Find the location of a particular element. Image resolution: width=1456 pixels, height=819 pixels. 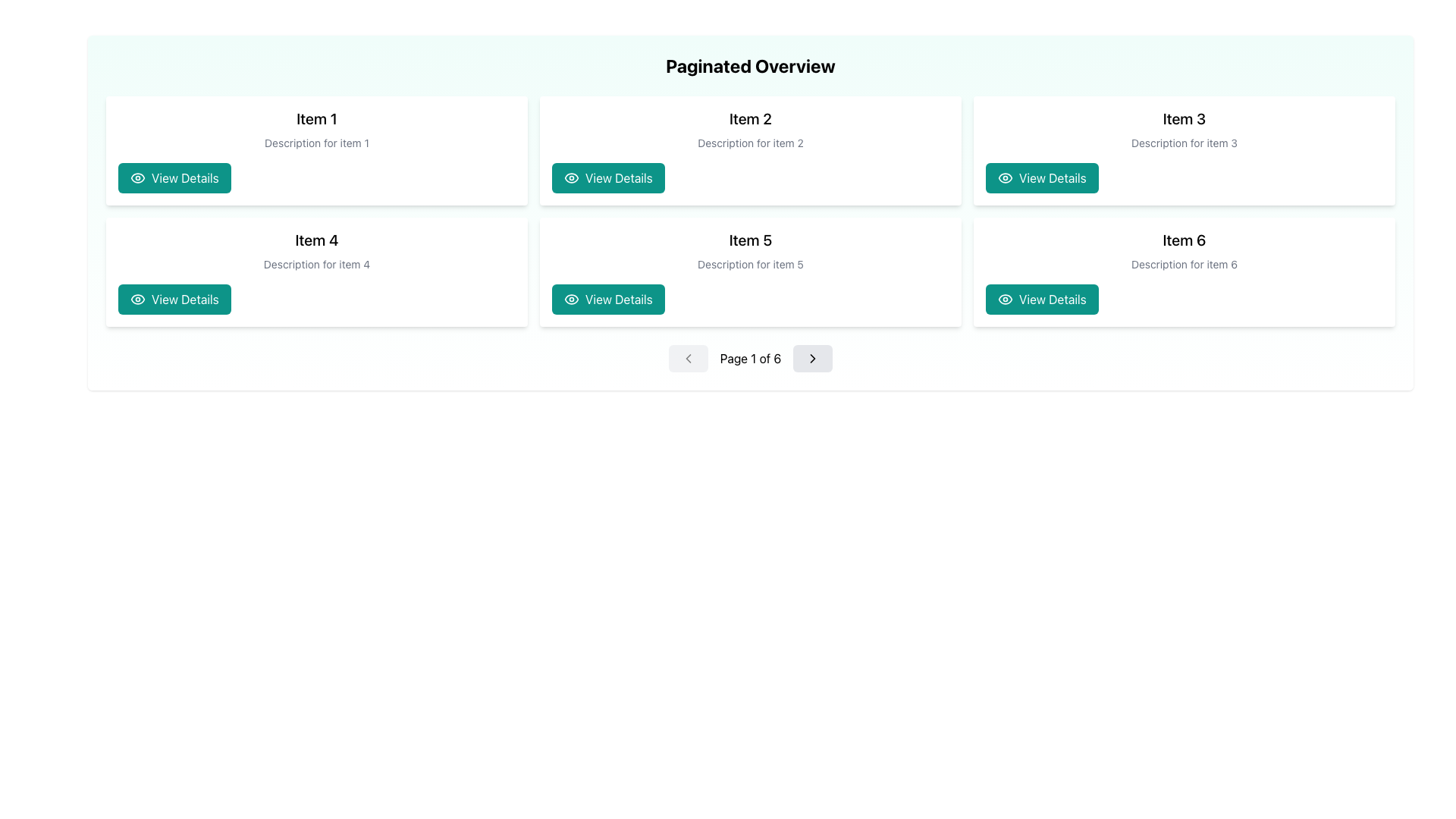

the text label within the button for 'Item 4' is located at coordinates (184, 299).